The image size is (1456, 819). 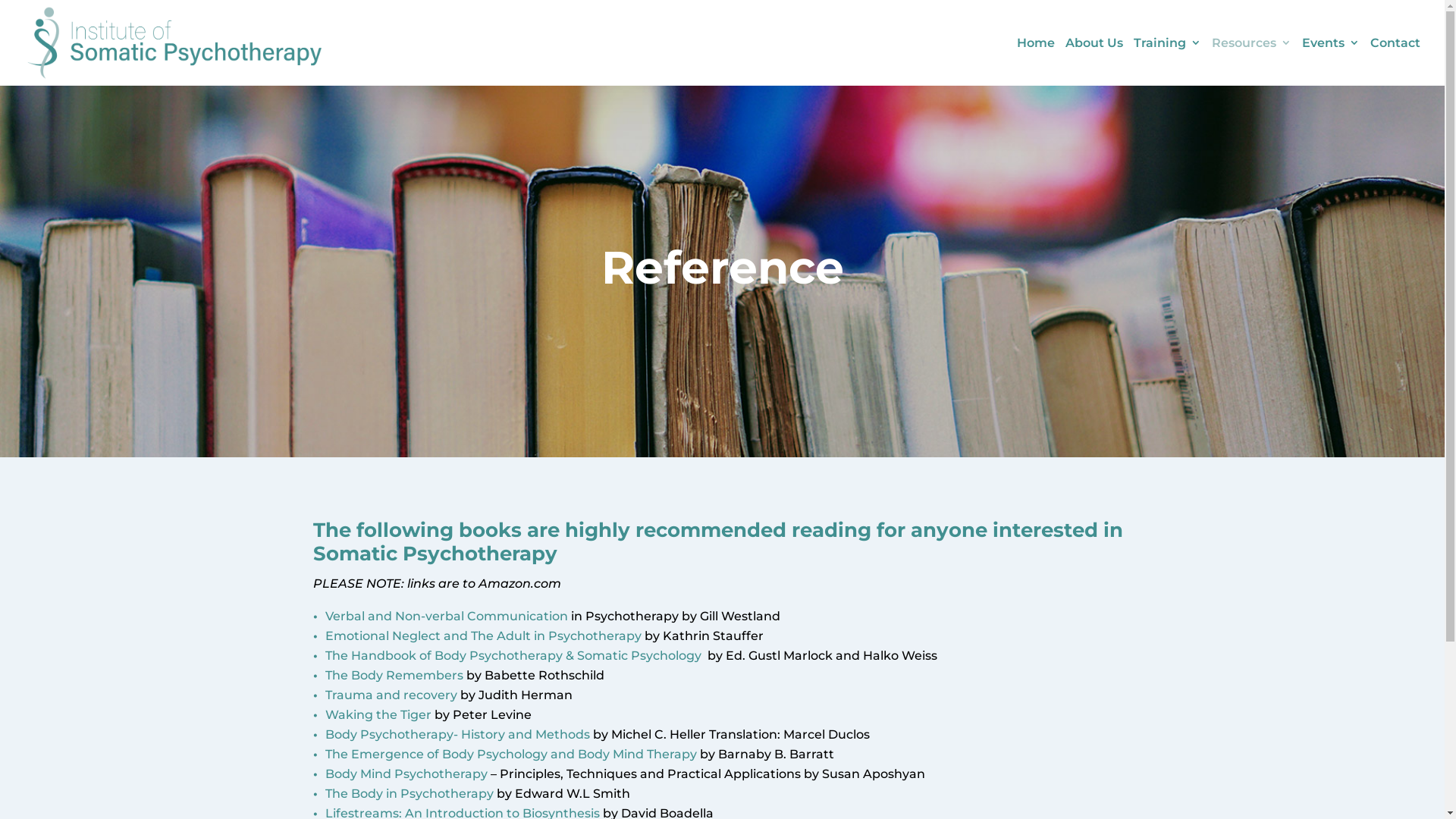 I want to click on 'Body Mind Psychotherapy ', so click(x=407, y=773).